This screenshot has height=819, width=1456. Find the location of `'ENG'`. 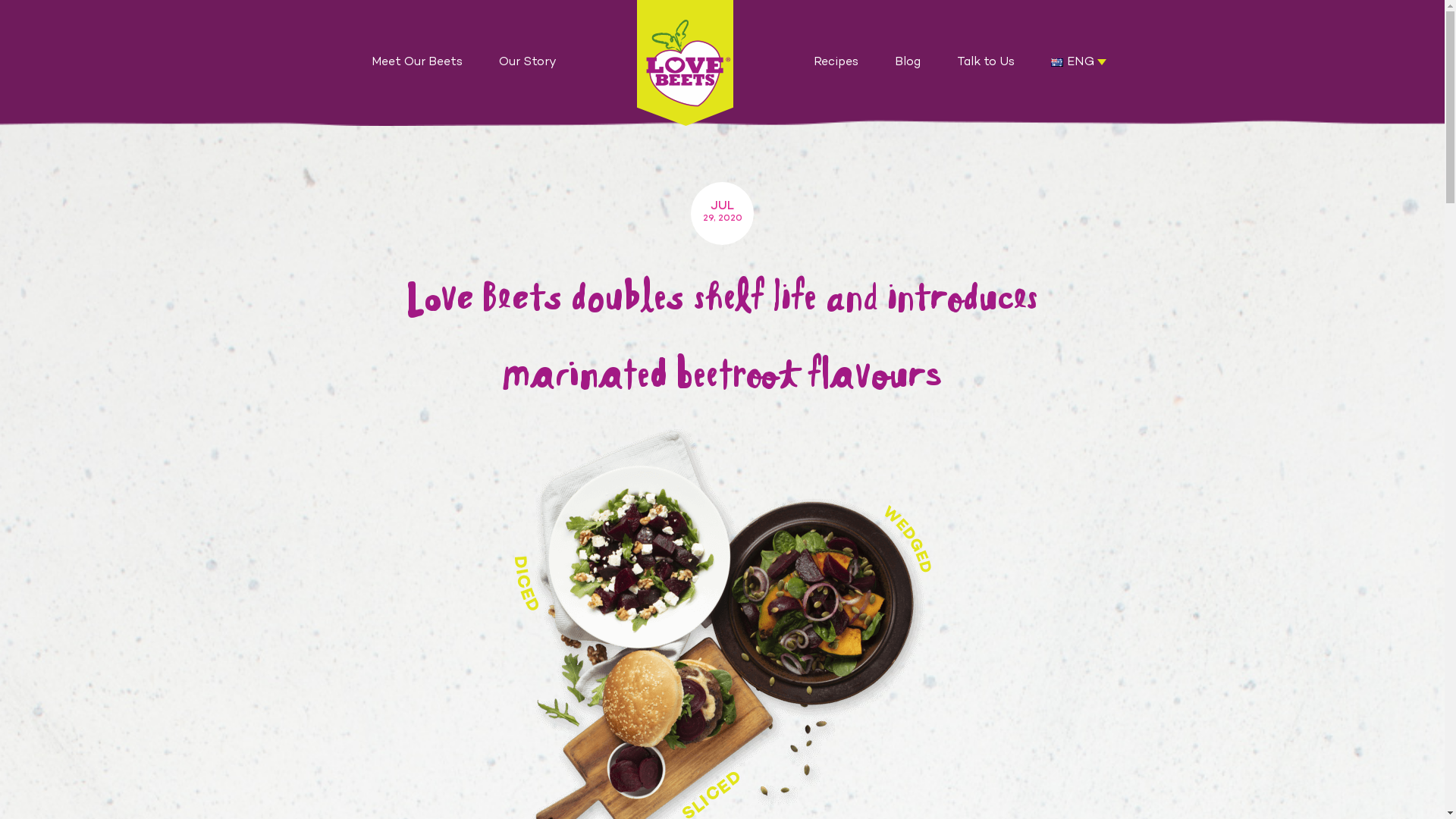

'ENG' is located at coordinates (1056, 61).